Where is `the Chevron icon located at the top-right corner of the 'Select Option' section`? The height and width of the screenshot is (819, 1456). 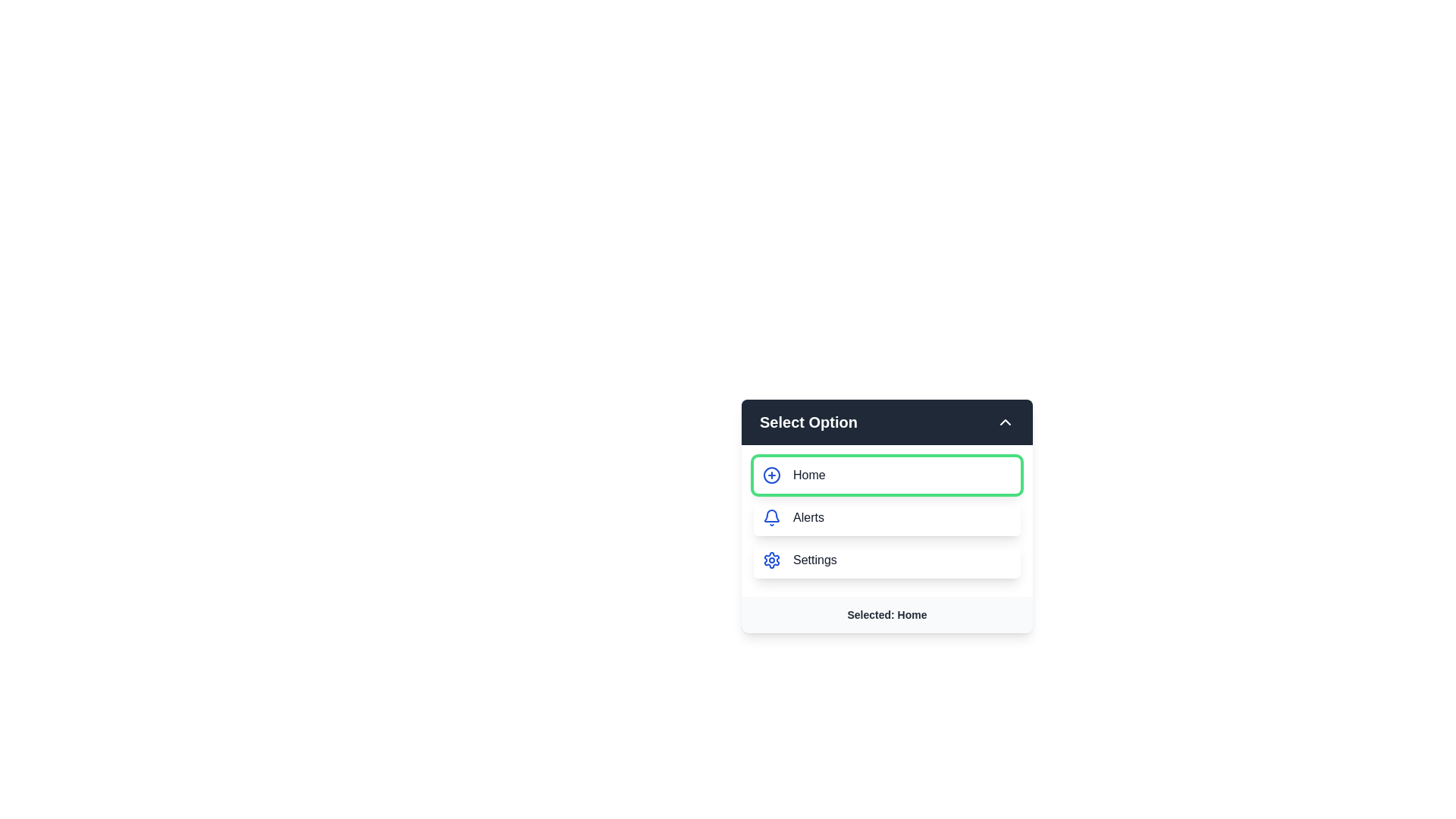 the Chevron icon located at the top-right corner of the 'Select Option' section is located at coordinates (1005, 422).